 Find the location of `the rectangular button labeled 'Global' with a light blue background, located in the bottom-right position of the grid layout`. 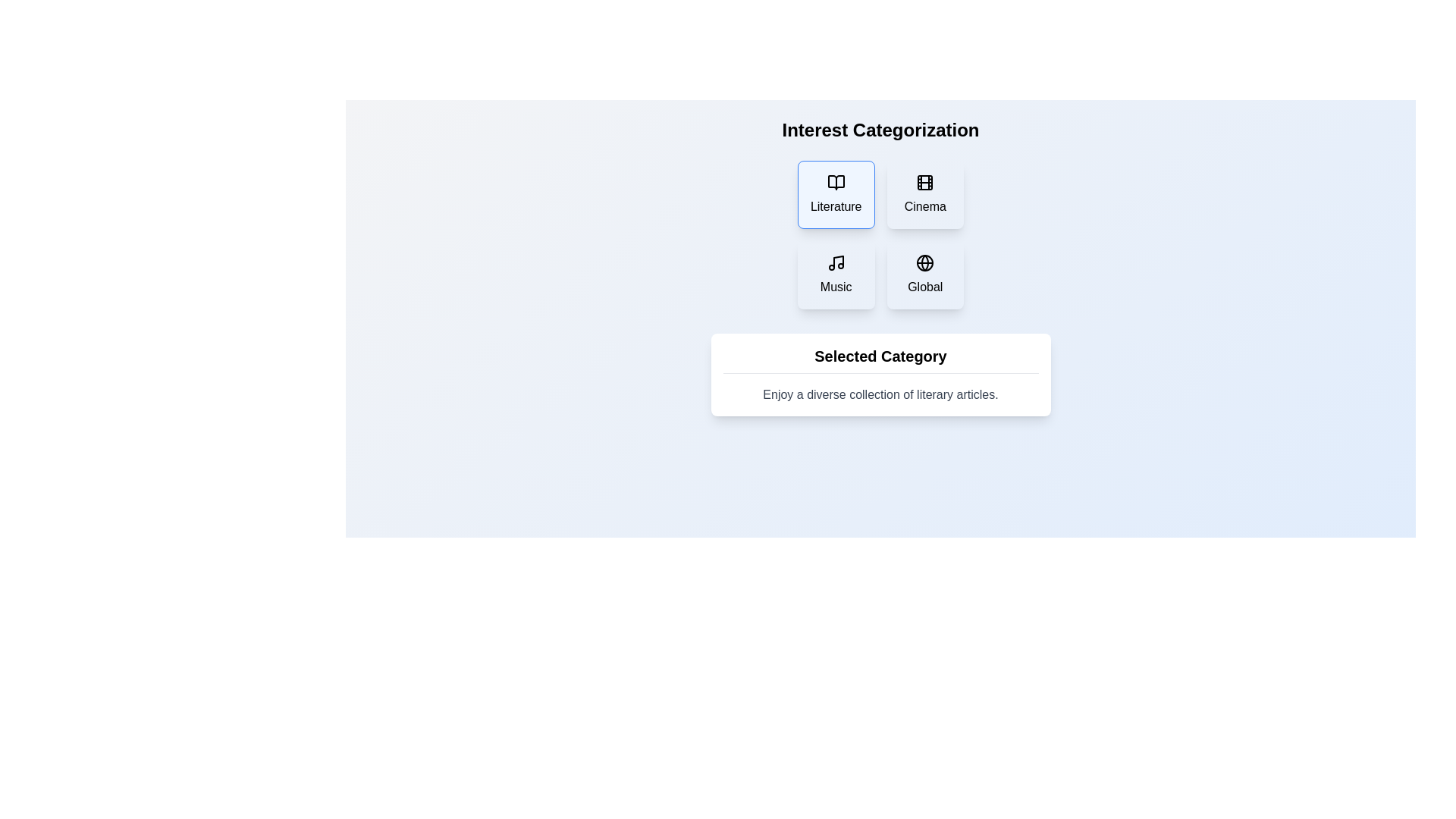

the rectangular button labeled 'Global' with a light blue background, located in the bottom-right position of the grid layout is located at coordinates (924, 275).